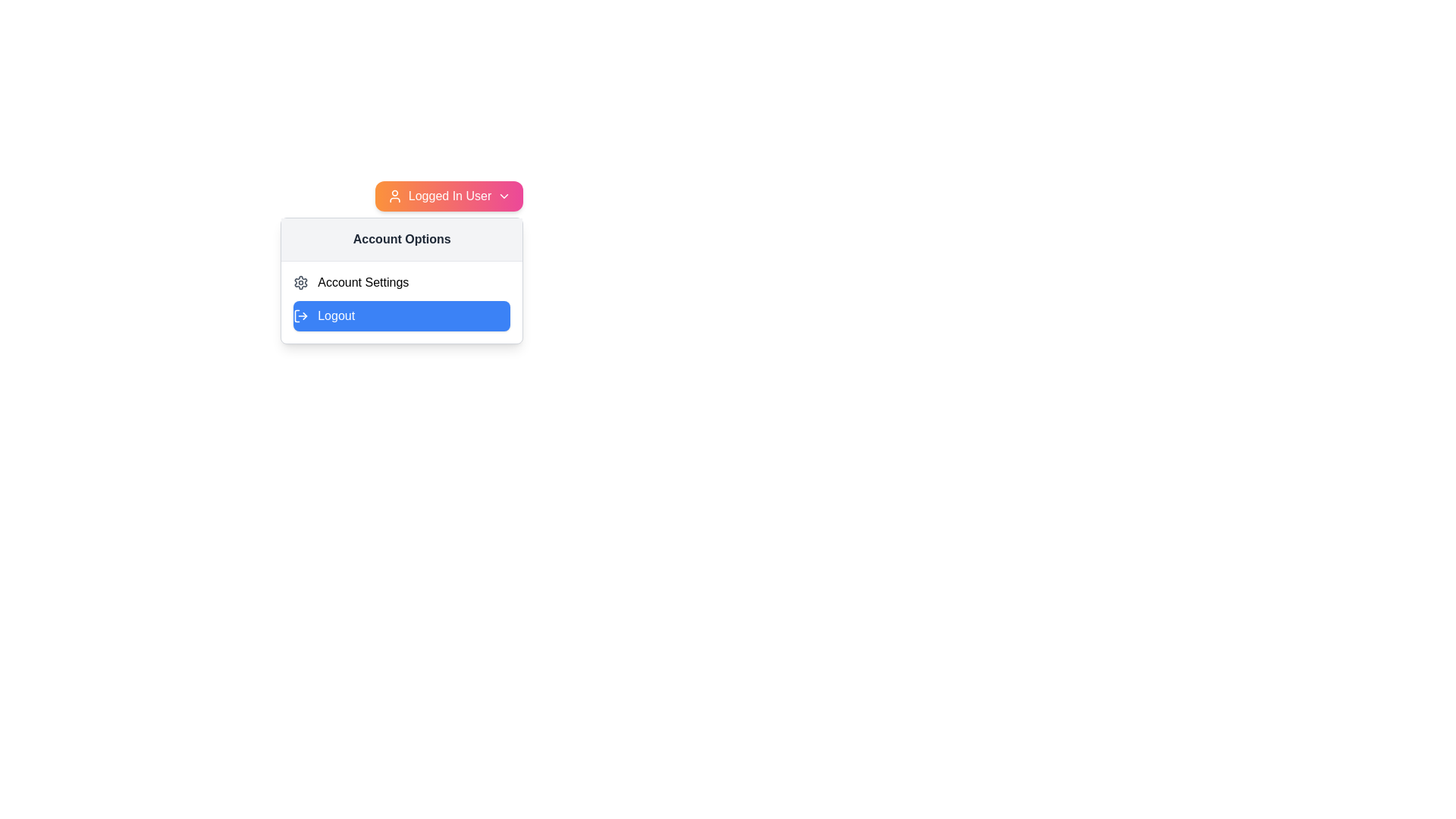  What do you see at coordinates (362, 283) in the screenshot?
I see `the 'Account Settings' text label` at bounding box center [362, 283].